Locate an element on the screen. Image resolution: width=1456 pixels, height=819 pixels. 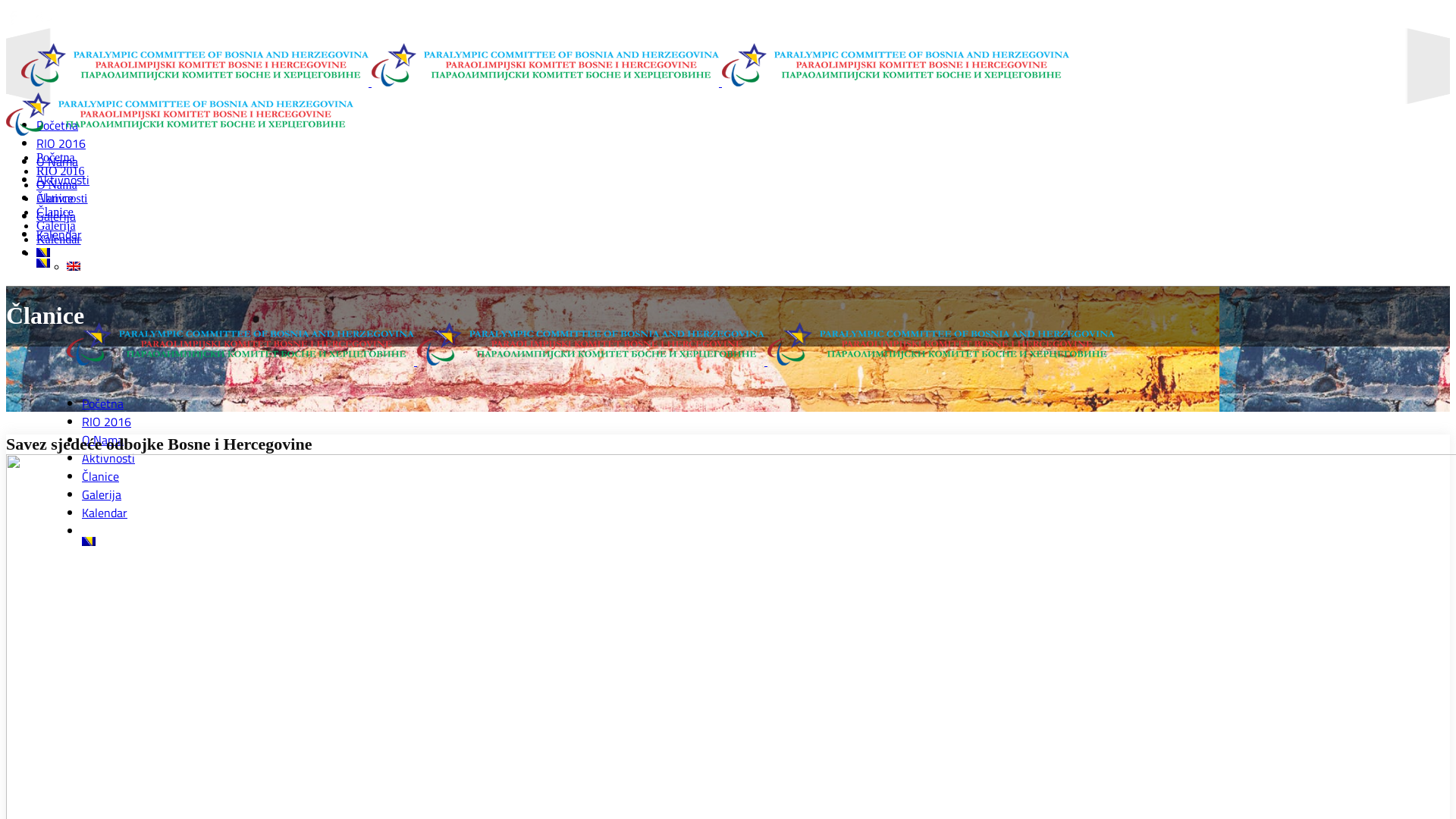
'RIO 2016' is located at coordinates (36, 171).